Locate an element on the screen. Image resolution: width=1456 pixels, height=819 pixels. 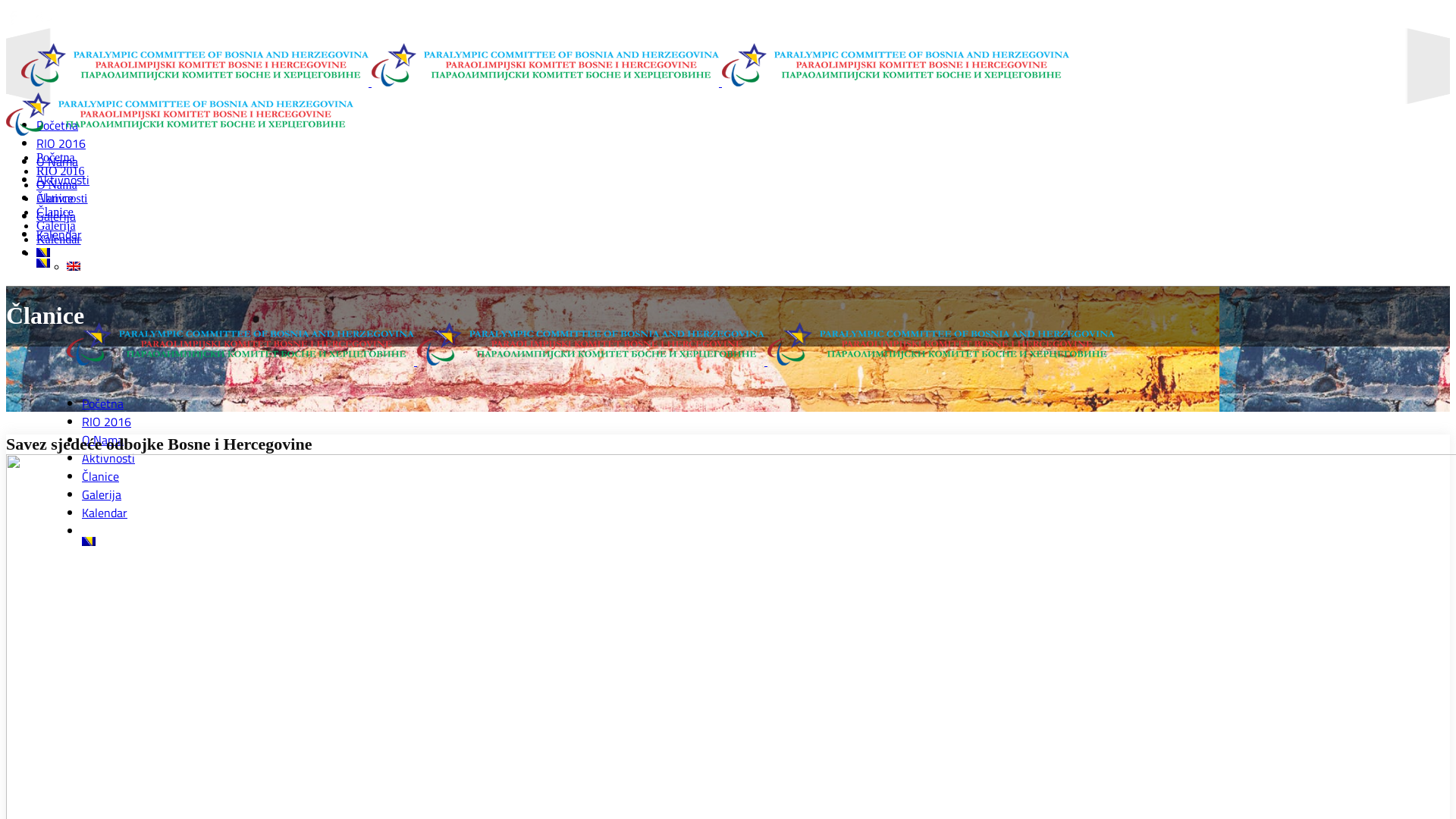
'RIO 2016' is located at coordinates (36, 171).